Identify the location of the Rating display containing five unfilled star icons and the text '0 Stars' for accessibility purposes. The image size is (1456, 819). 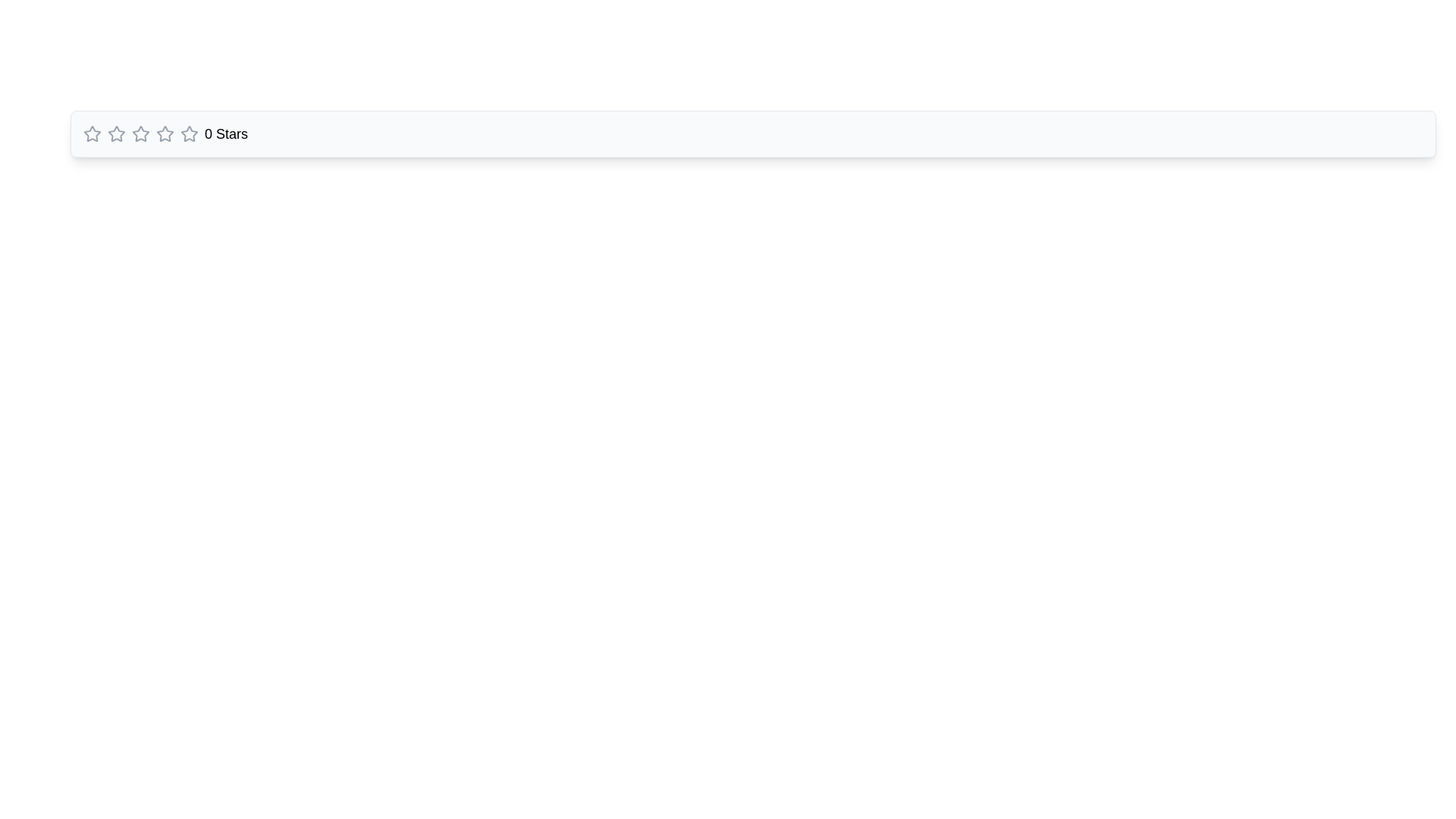
(753, 133).